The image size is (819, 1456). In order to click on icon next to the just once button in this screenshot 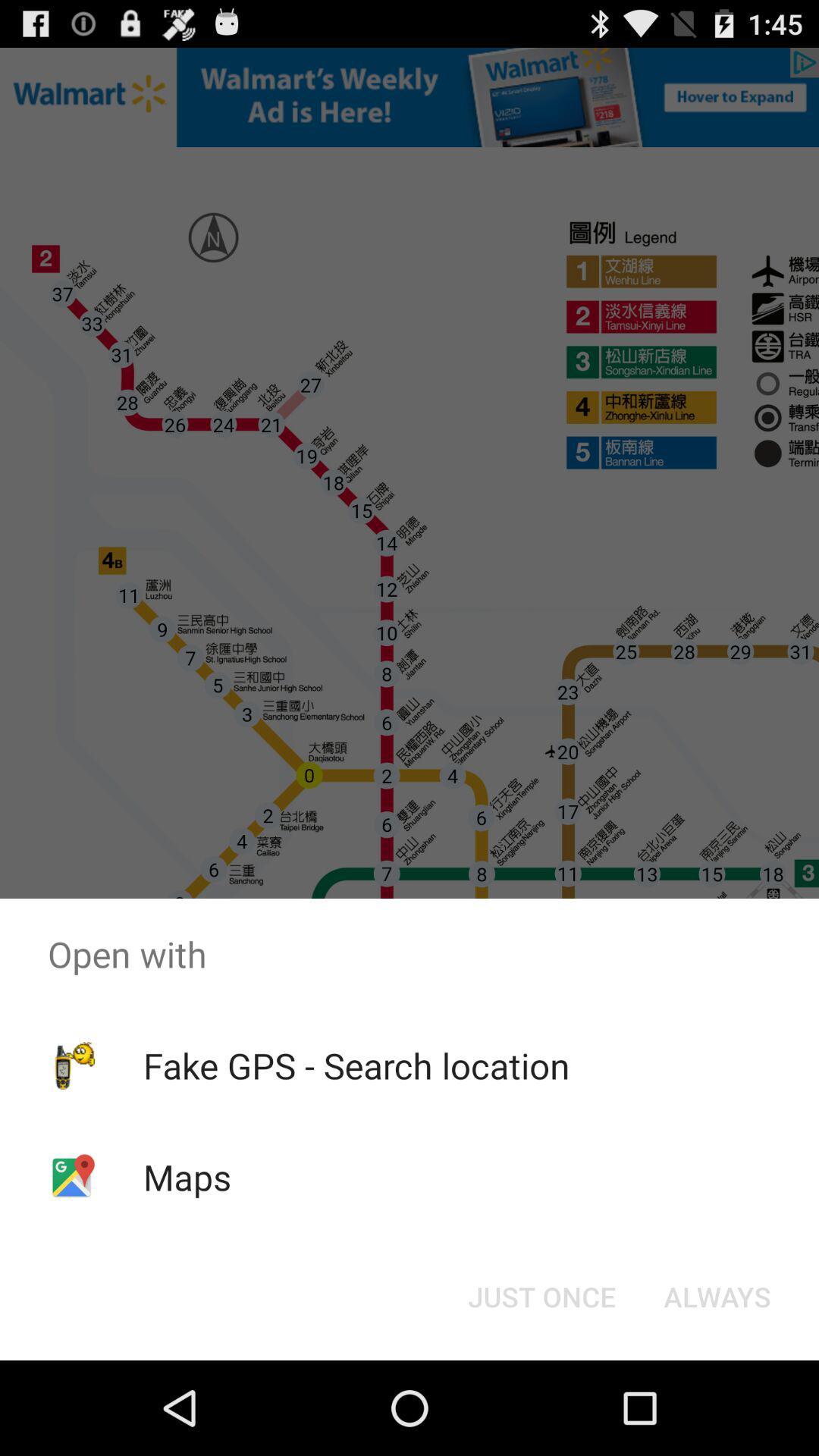, I will do `click(717, 1295)`.